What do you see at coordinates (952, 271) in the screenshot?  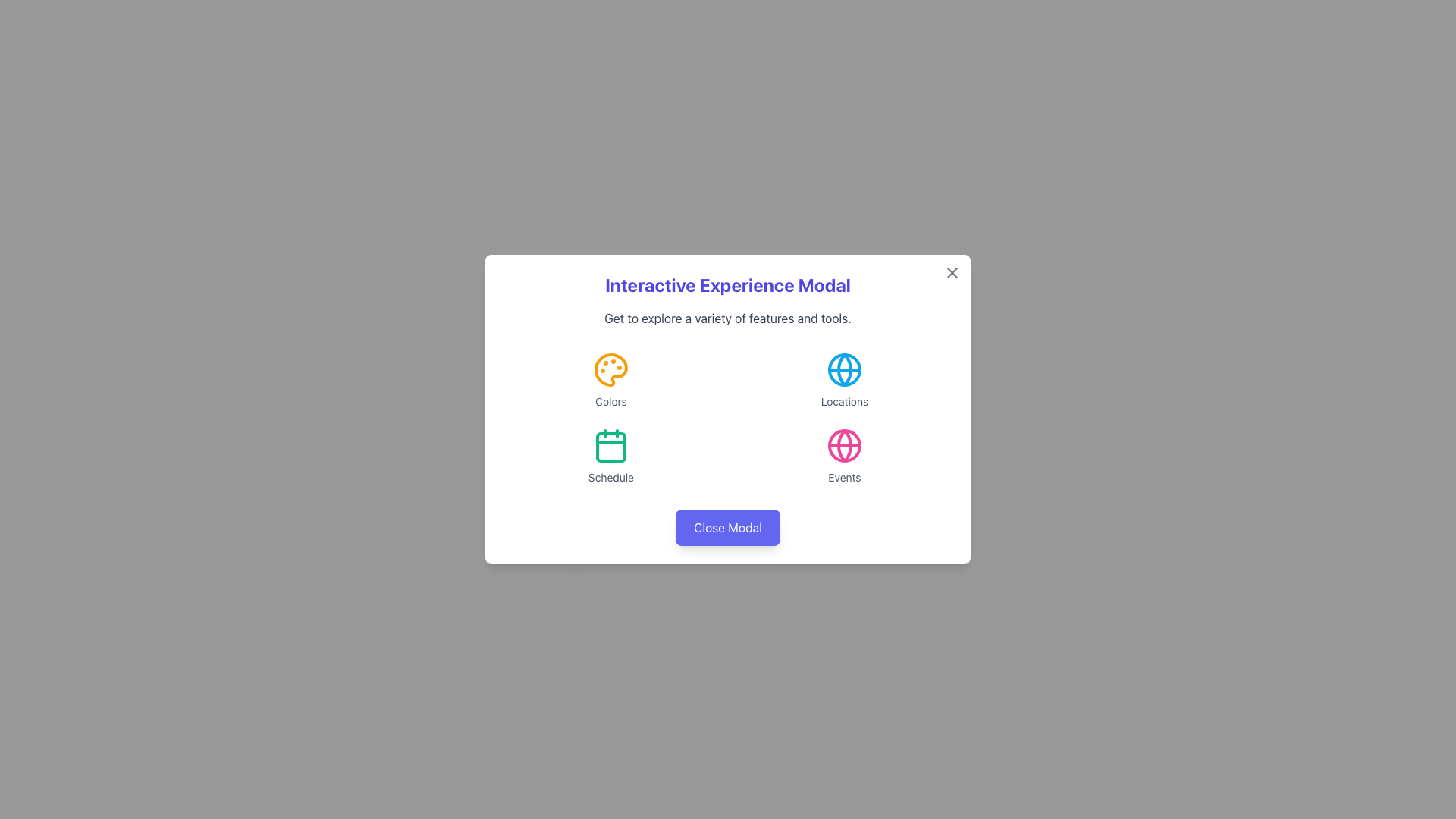 I see `the close button icon located at the top-right corner of the modal dialog to initiate the modal closing action` at bounding box center [952, 271].